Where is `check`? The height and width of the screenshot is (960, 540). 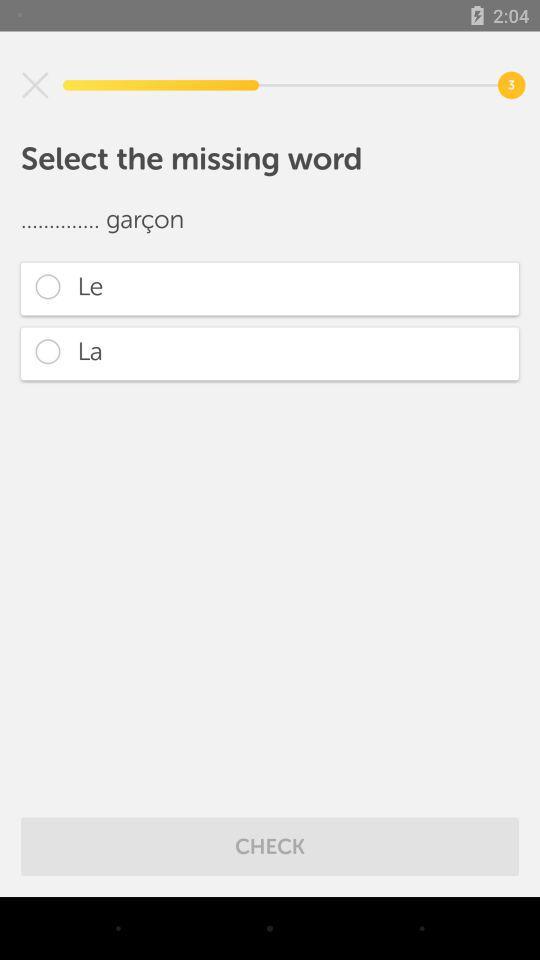
check is located at coordinates (270, 845).